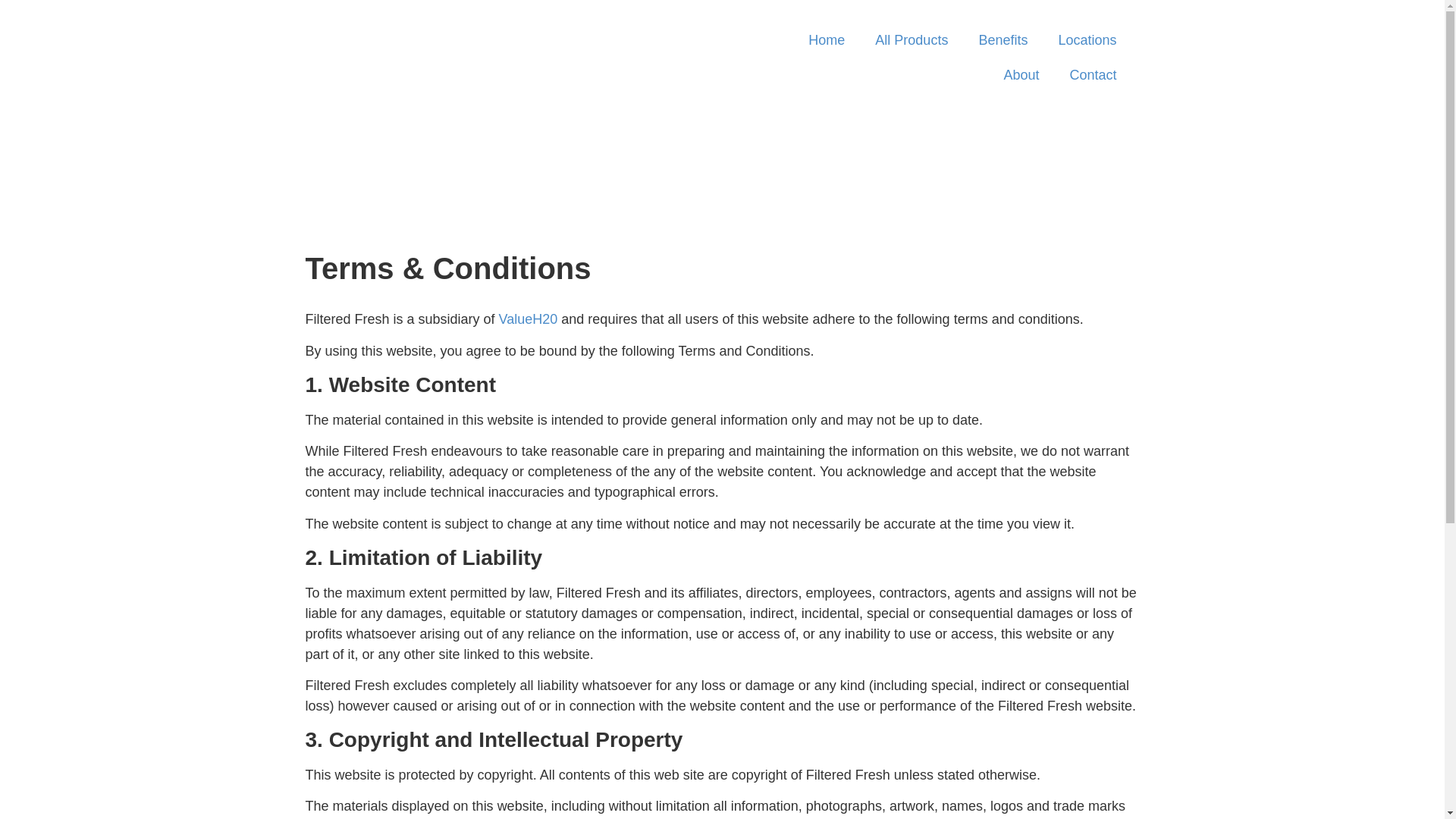 The width and height of the screenshot is (1456, 819). What do you see at coordinates (1021, 75) in the screenshot?
I see `'About'` at bounding box center [1021, 75].